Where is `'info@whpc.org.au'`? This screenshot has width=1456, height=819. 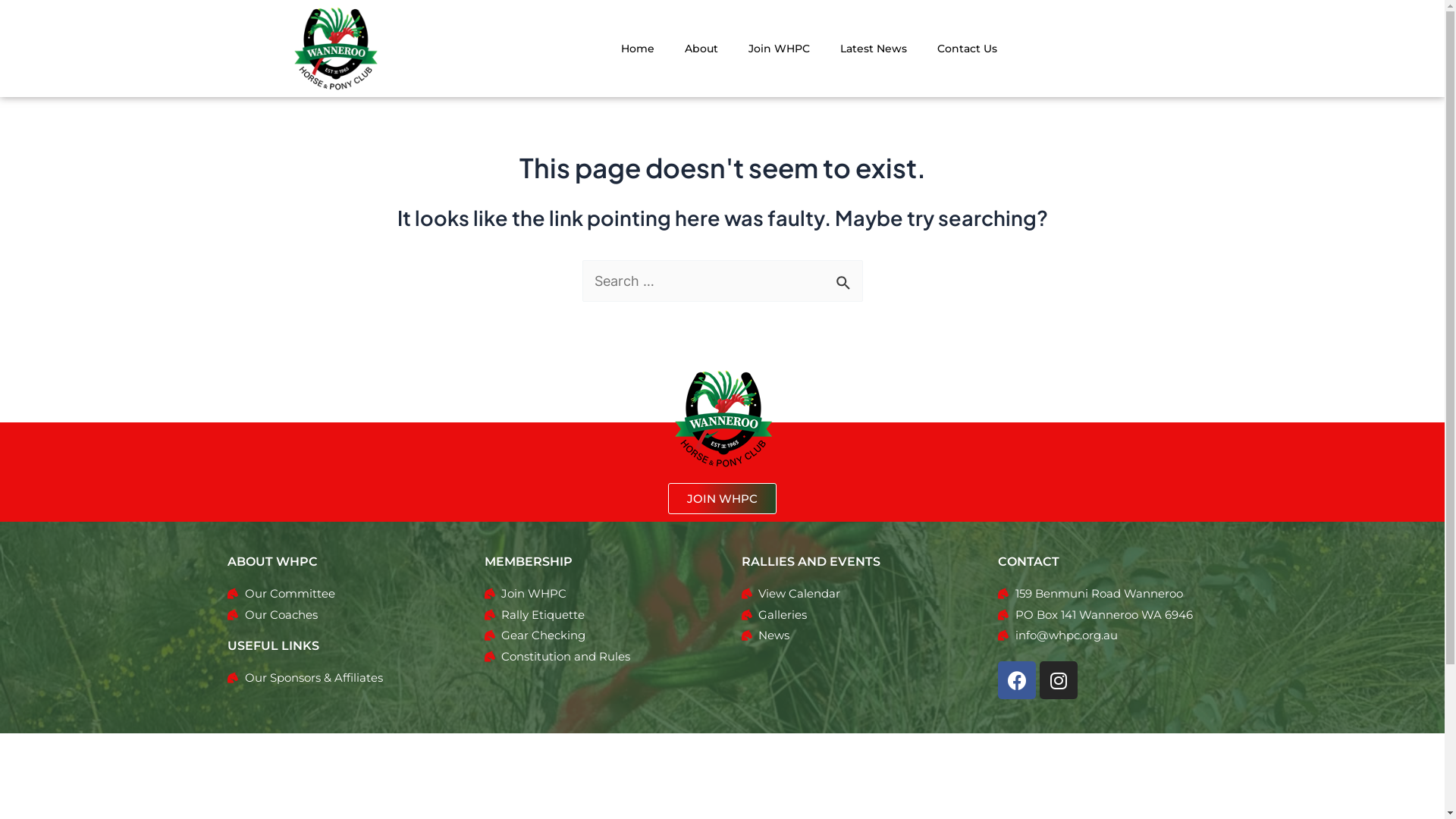 'info@whpc.org.au' is located at coordinates (1107, 635).